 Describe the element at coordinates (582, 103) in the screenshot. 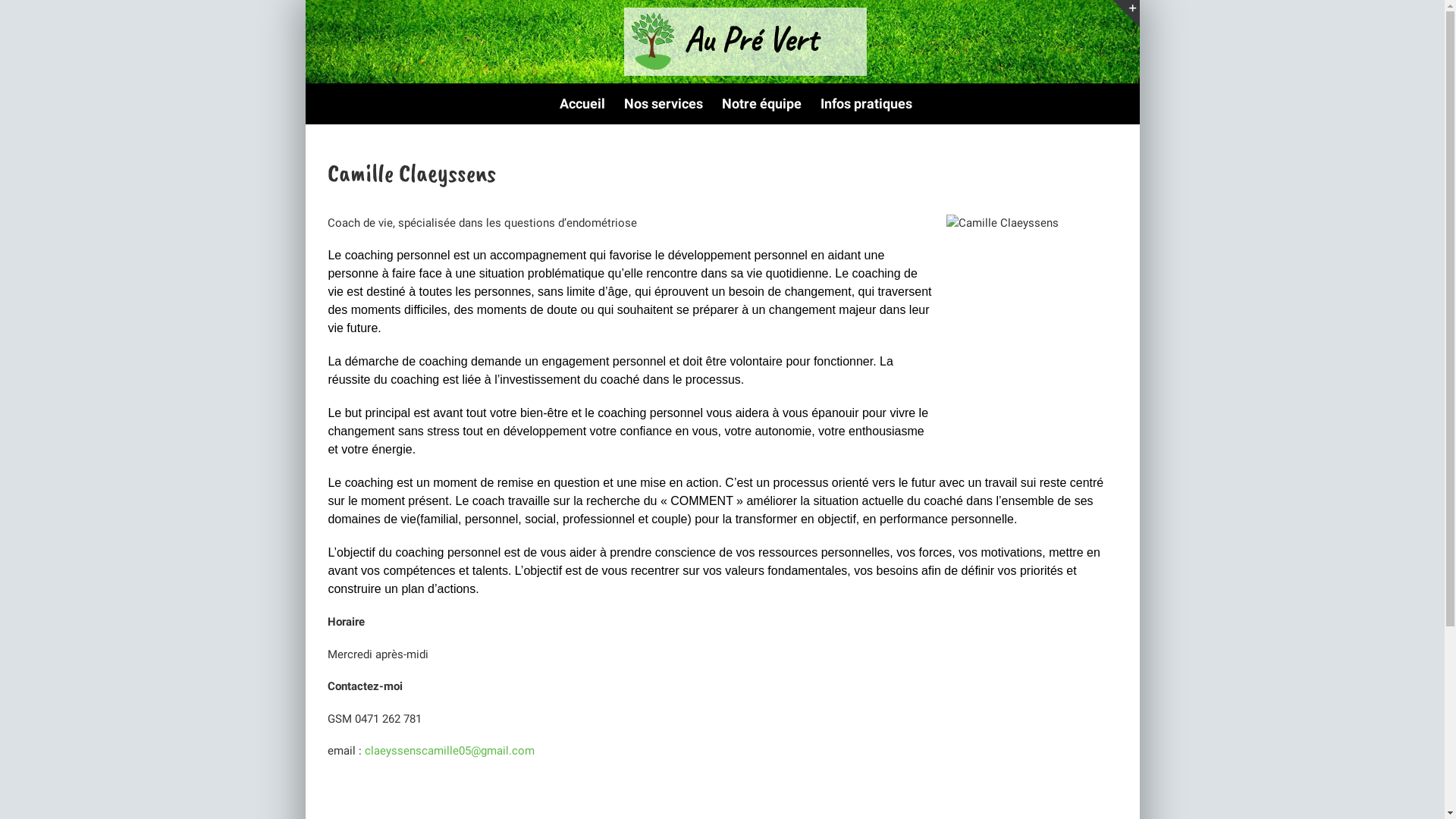

I see `'Accueil'` at that location.